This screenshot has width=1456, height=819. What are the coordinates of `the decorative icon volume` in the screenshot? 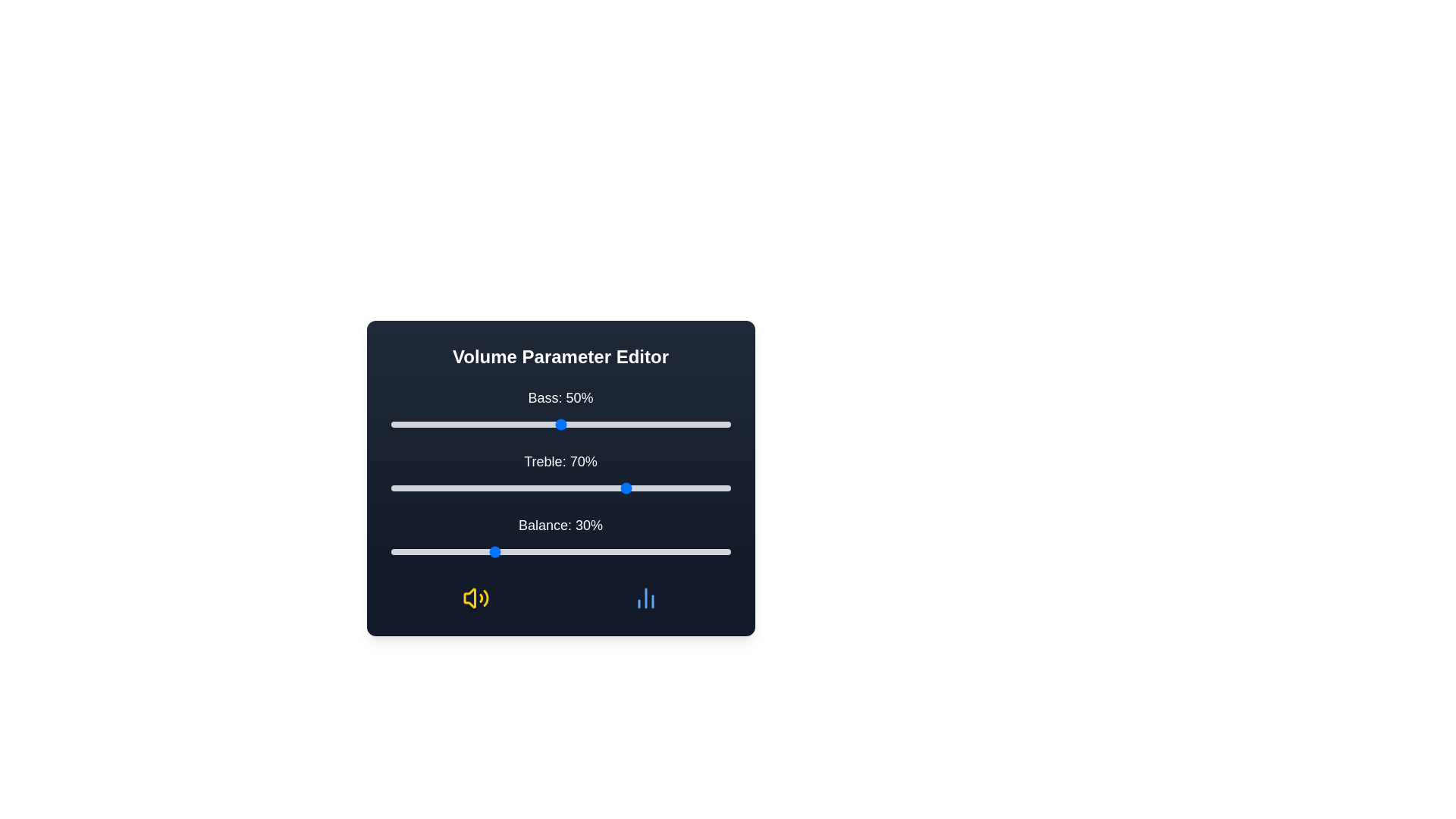 It's located at (475, 598).